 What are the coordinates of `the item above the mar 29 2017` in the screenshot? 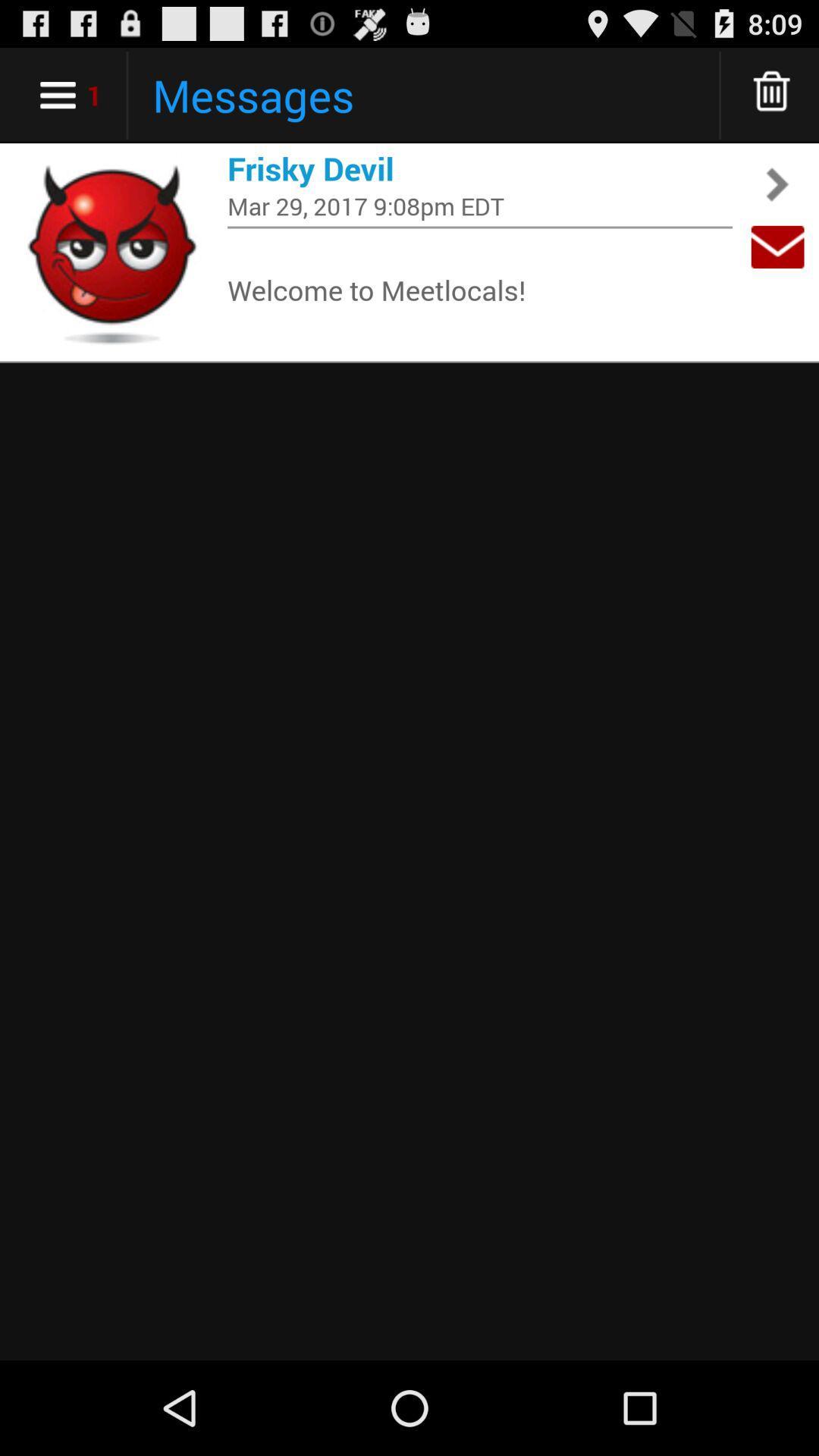 It's located at (479, 168).